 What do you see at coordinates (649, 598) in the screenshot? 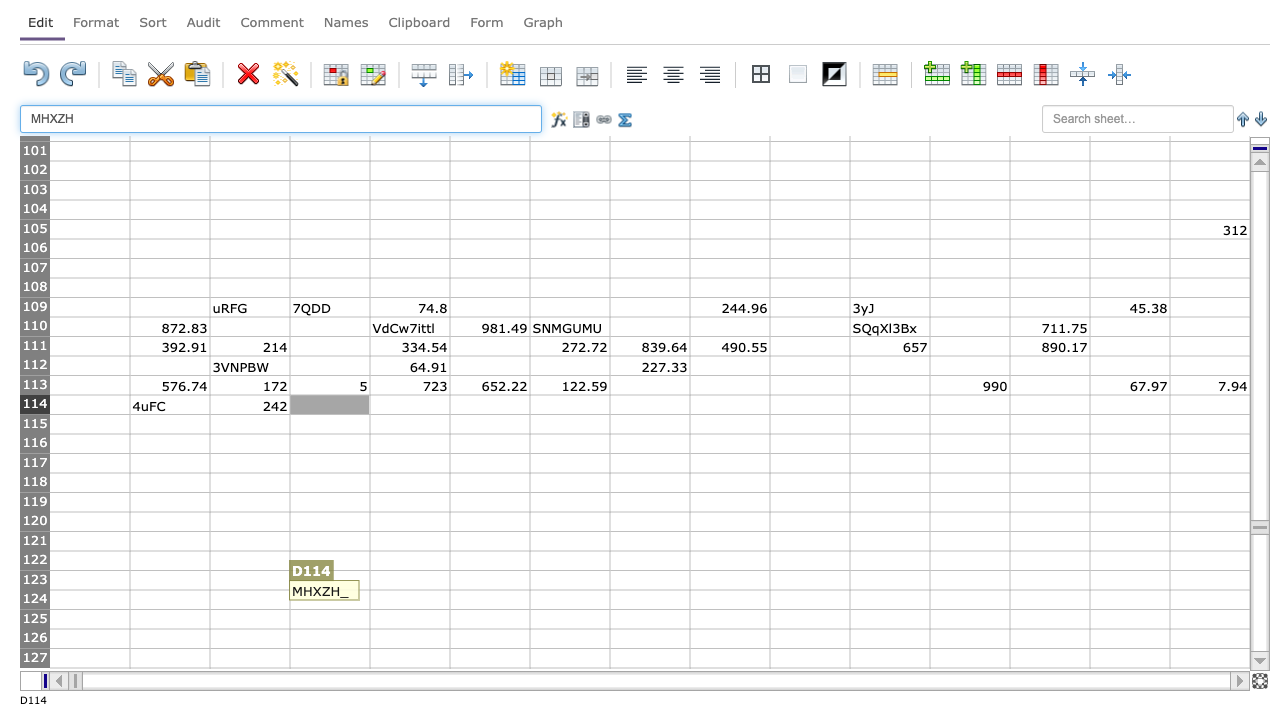
I see `Activate cell H124` at bounding box center [649, 598].